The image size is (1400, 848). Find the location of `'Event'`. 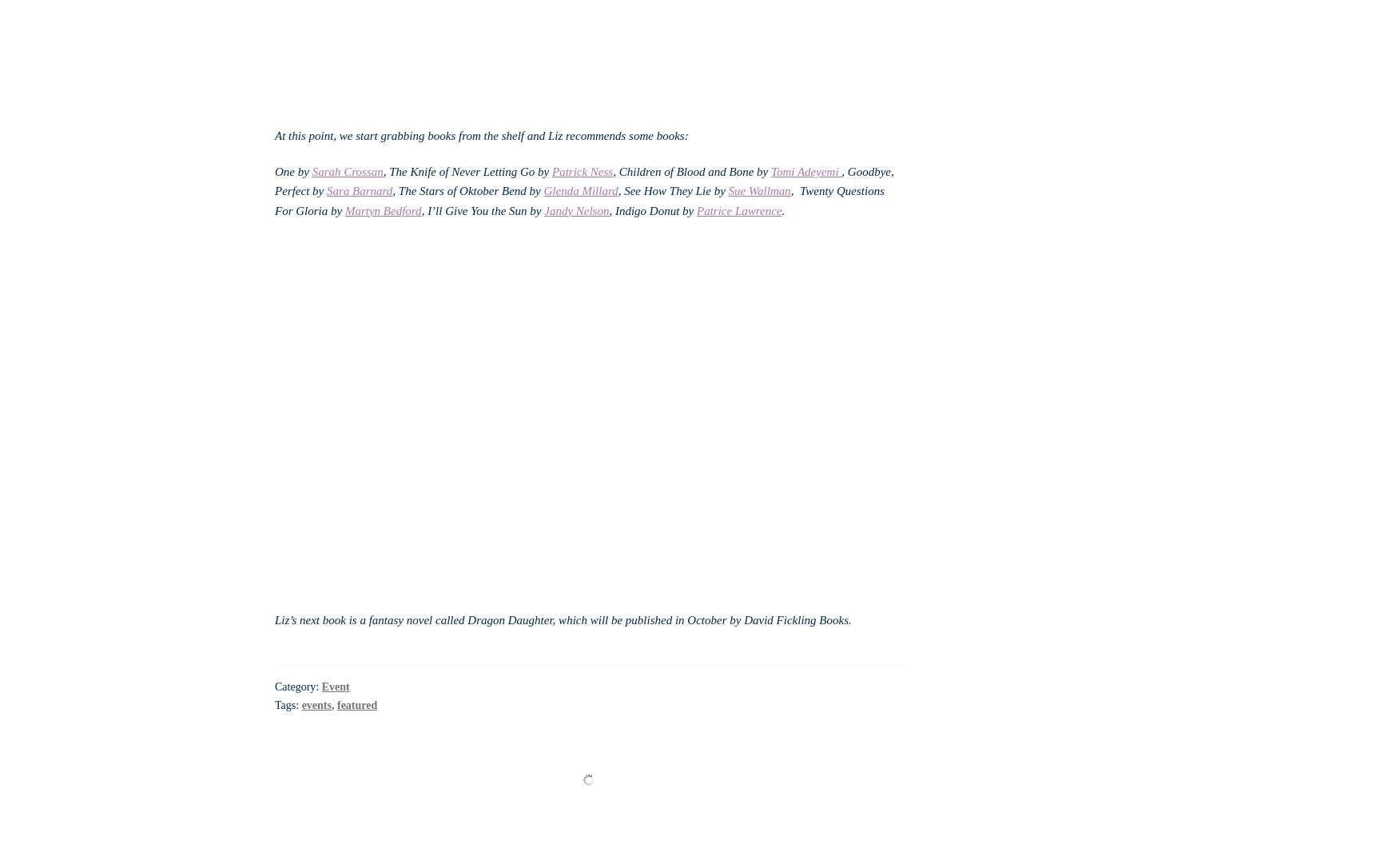

'Event' is located at coordinates (334, 687).